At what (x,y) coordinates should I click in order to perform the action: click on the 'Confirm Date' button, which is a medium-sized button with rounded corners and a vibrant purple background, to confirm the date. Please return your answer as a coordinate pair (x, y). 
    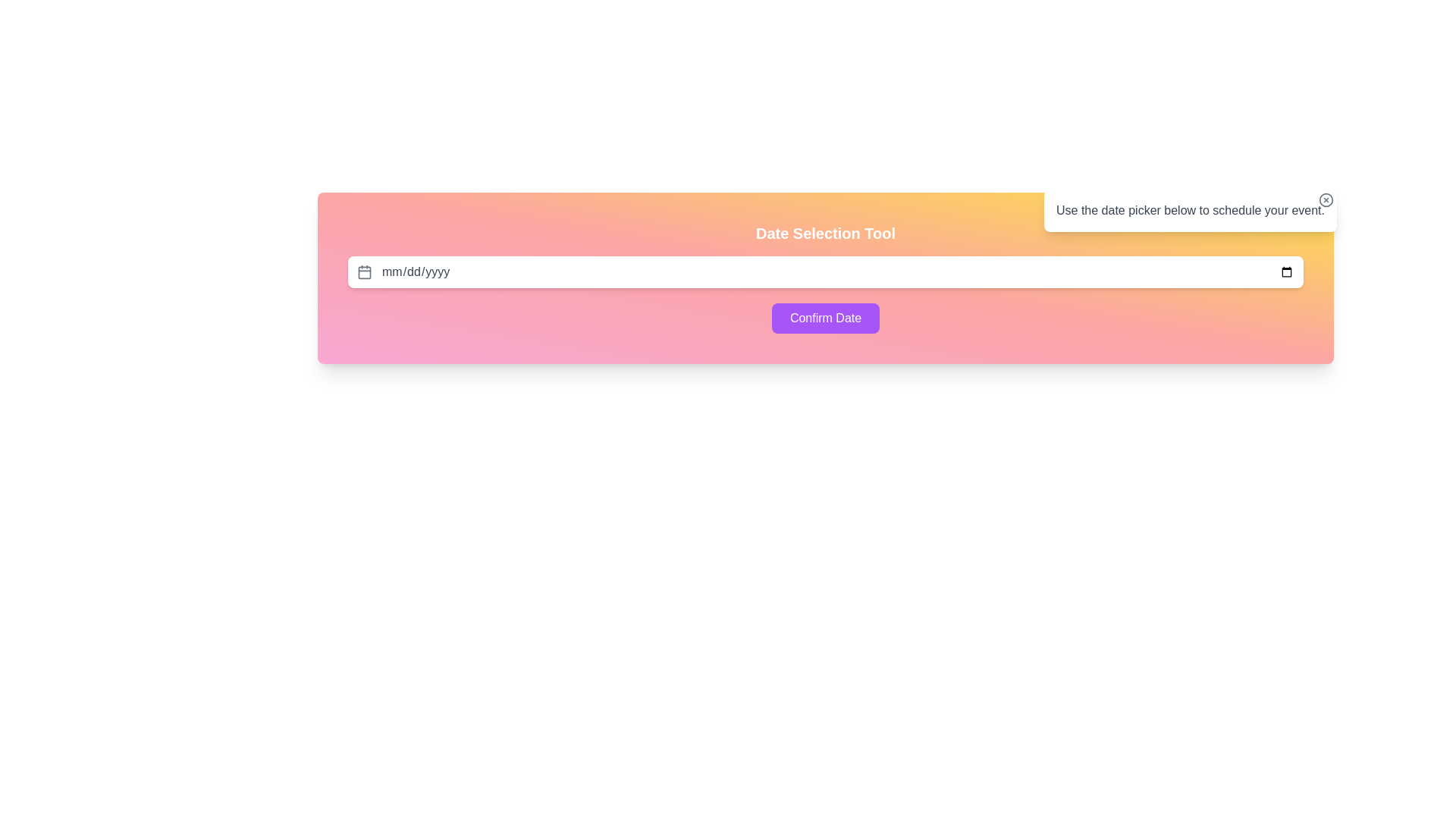
    Looking at the image, I should click on (825, 318).